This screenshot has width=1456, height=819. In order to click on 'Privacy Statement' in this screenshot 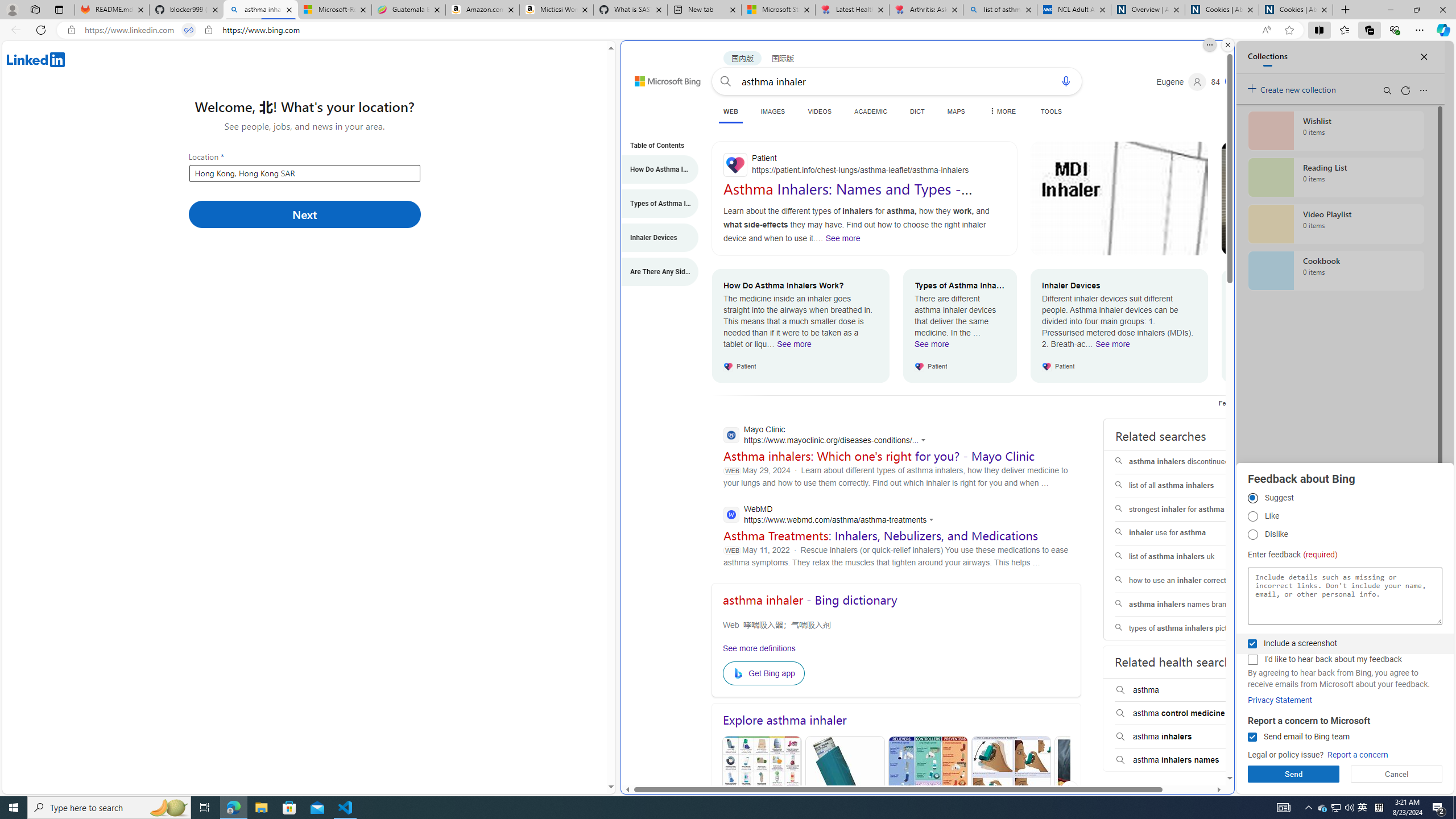, I will do `click(1280, 700)`.